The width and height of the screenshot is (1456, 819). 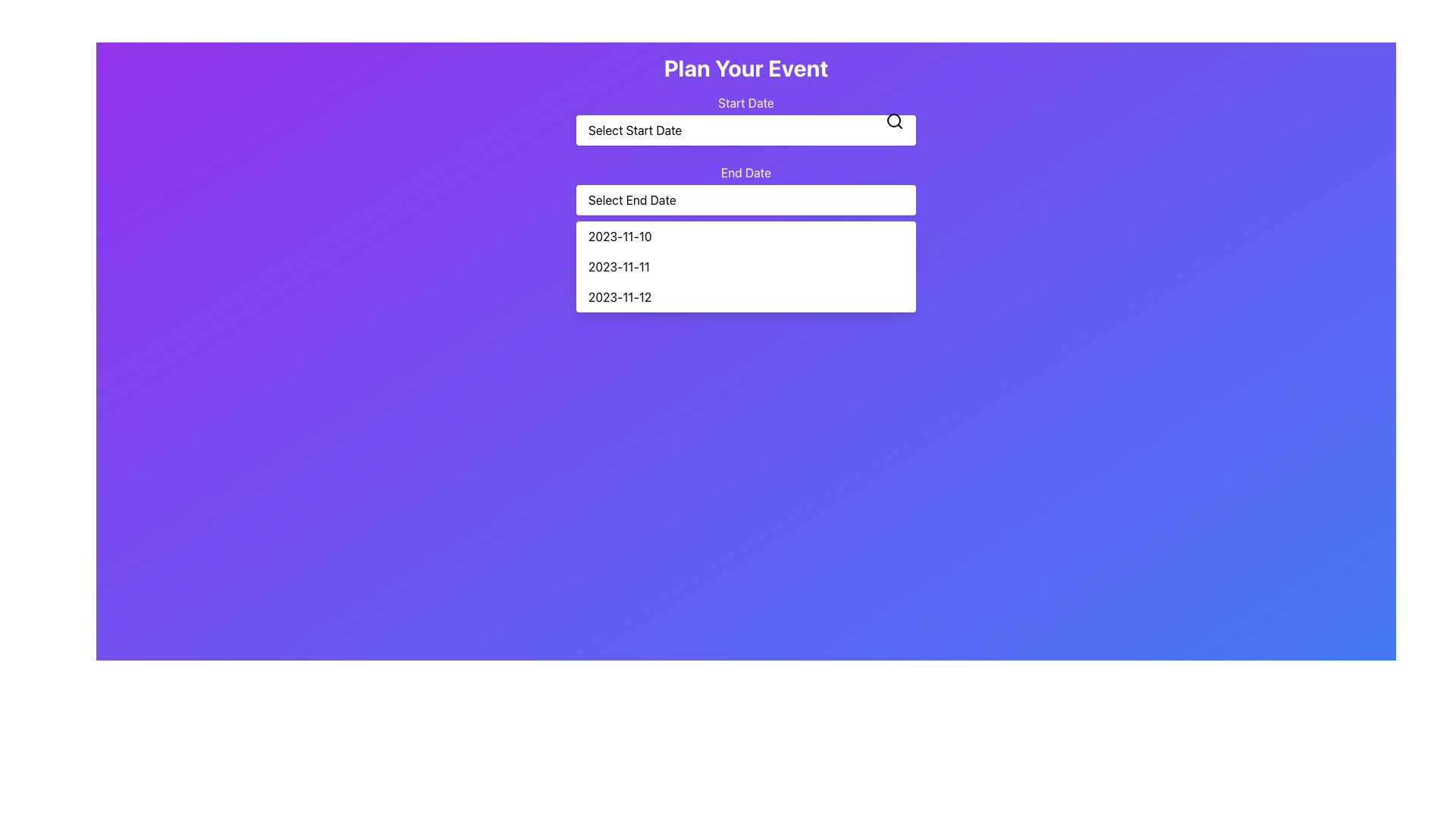 I want to click on the circular outline within the magnifying glass icon located at the top-right corner of the 'Select Start Date' input field, so click(x=894, y=119).